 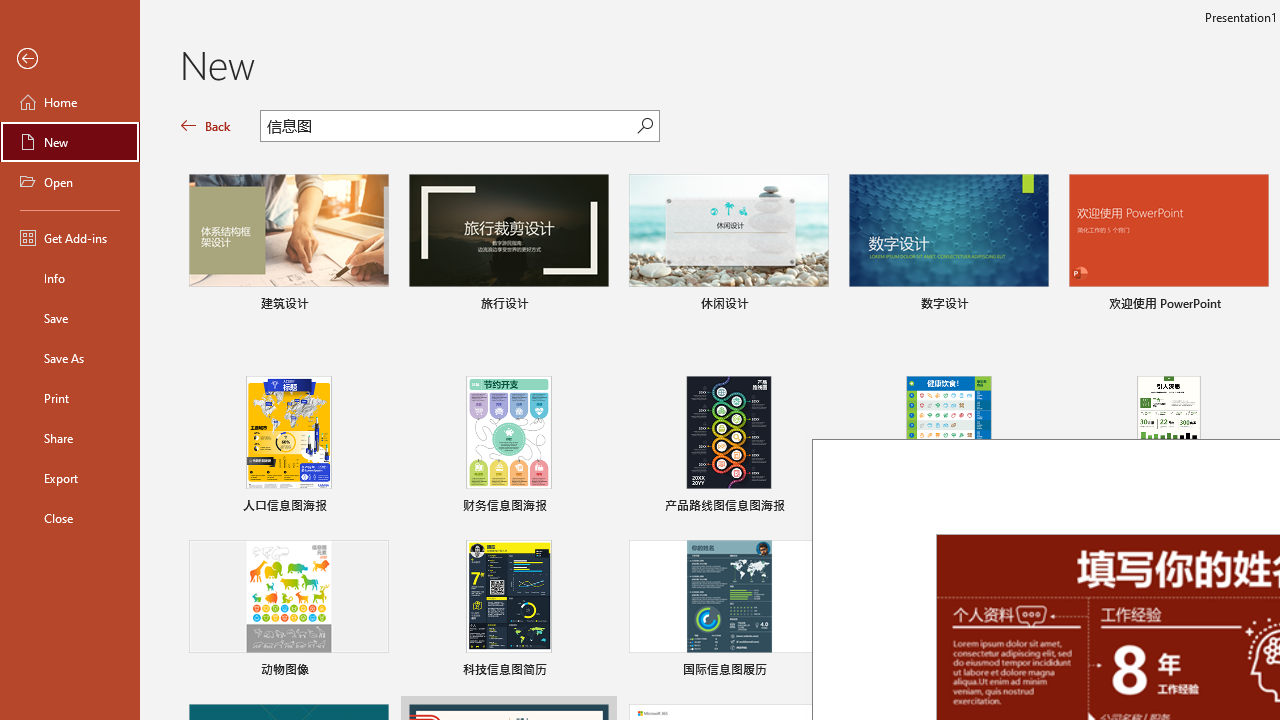 What do you see at coordinates (448, 128) in the screenshot?
I see `'Search for online templates and themes'` at bounding box center [448, 128].